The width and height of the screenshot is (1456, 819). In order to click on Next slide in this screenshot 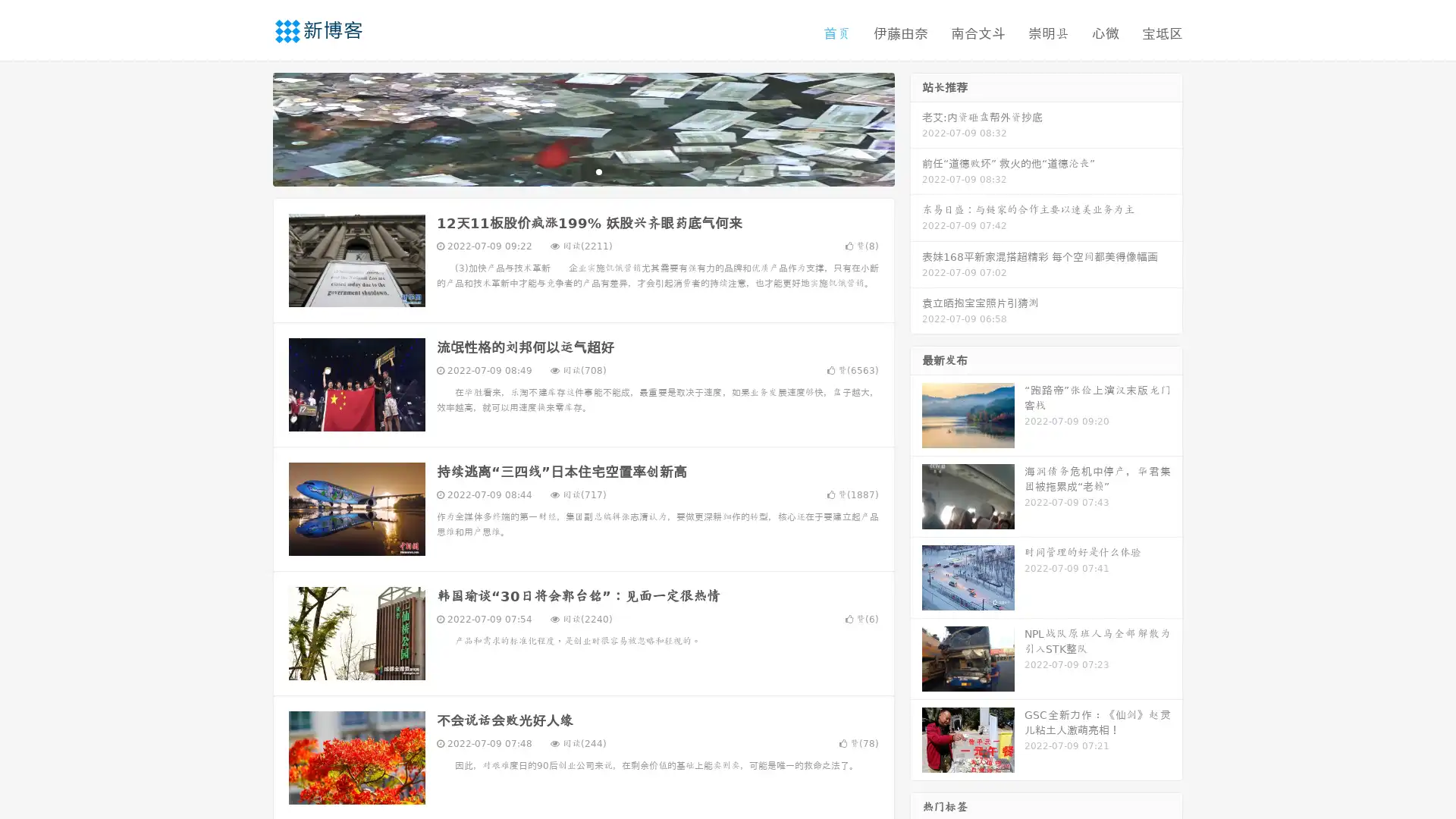, I will do `click(916, 127)`.